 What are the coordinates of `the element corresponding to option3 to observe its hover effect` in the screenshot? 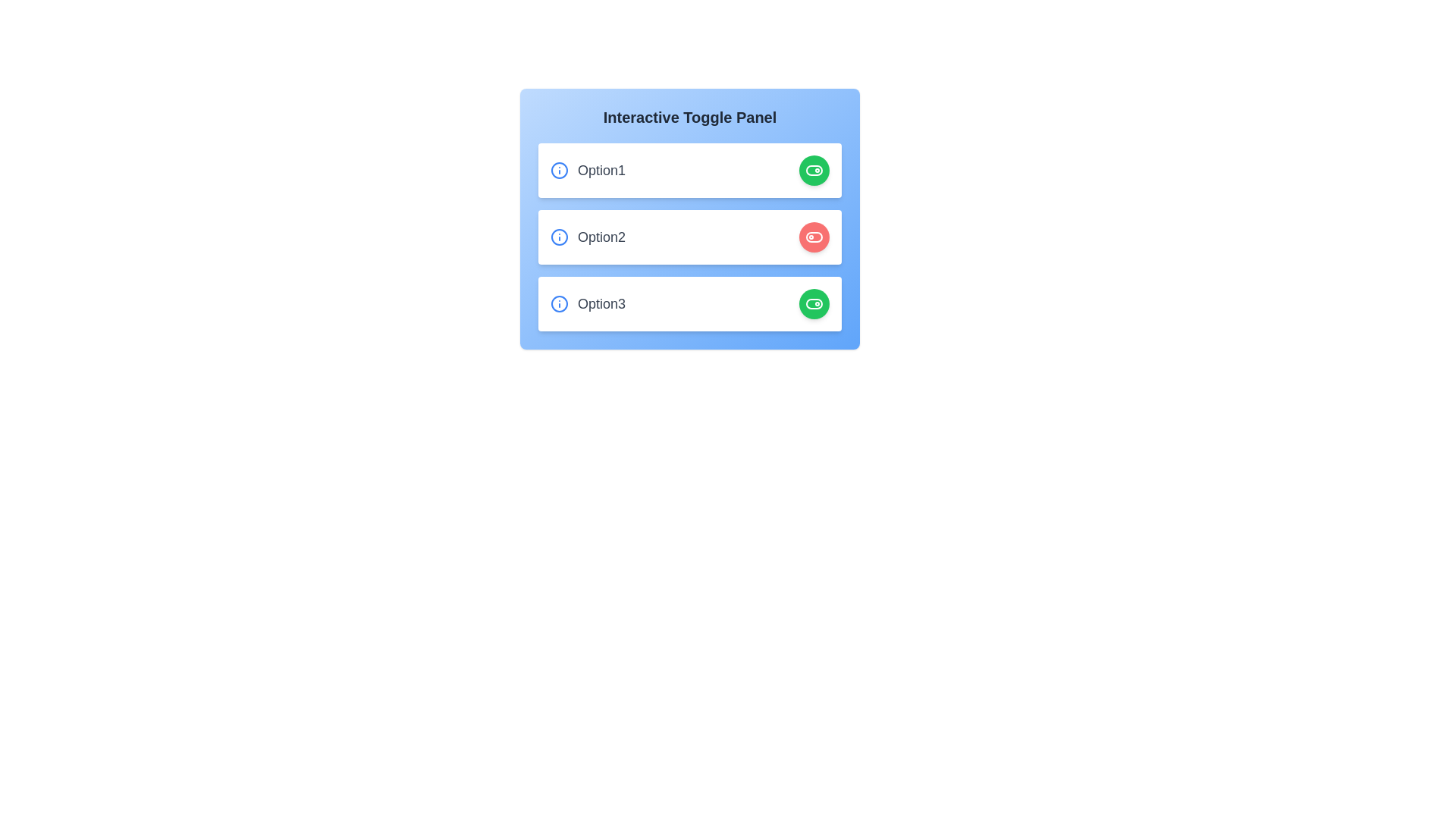 It's located at (689, 304).